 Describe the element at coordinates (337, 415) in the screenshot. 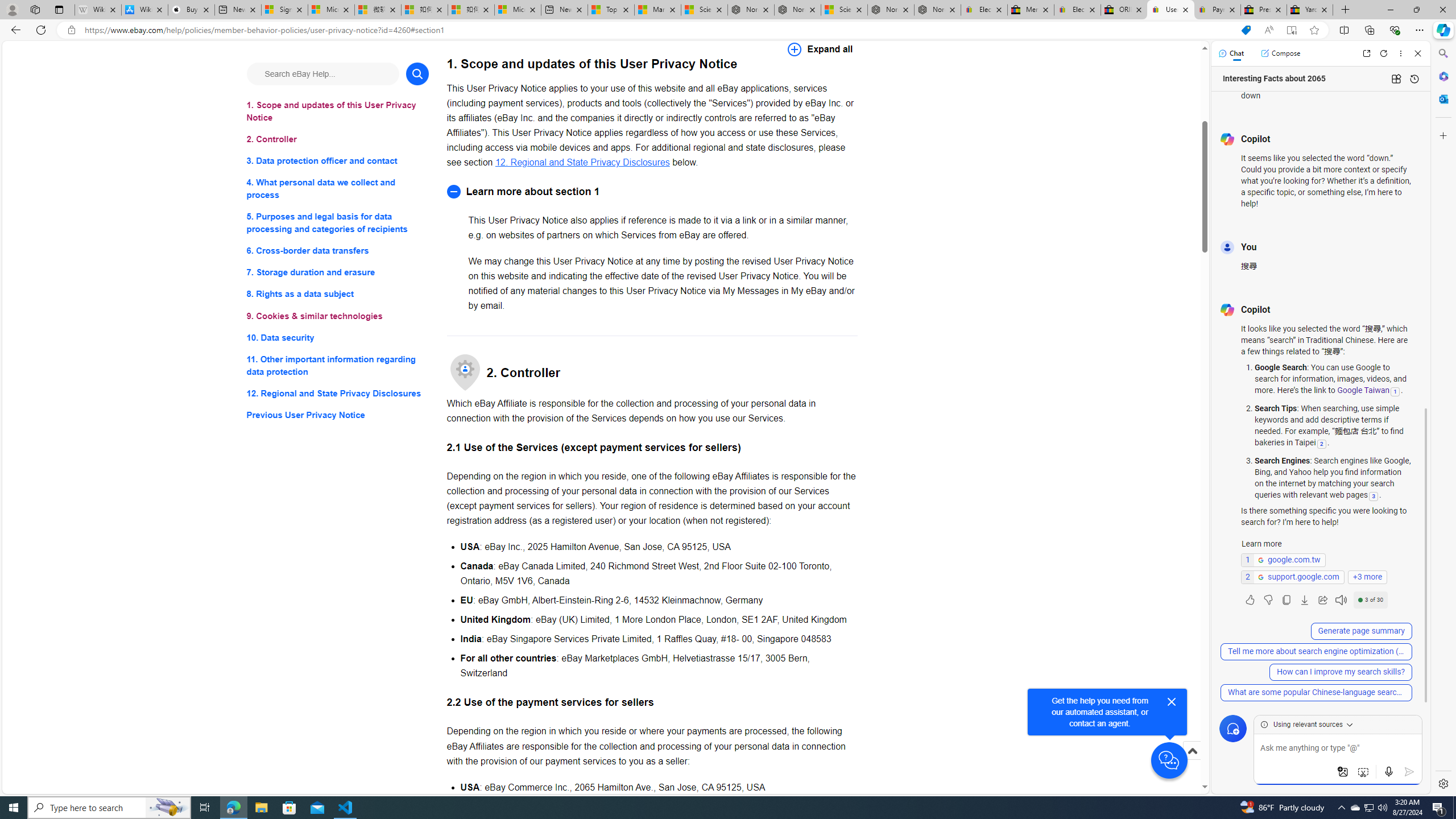

I see `'Previous User Privacy Notice'` at that location.